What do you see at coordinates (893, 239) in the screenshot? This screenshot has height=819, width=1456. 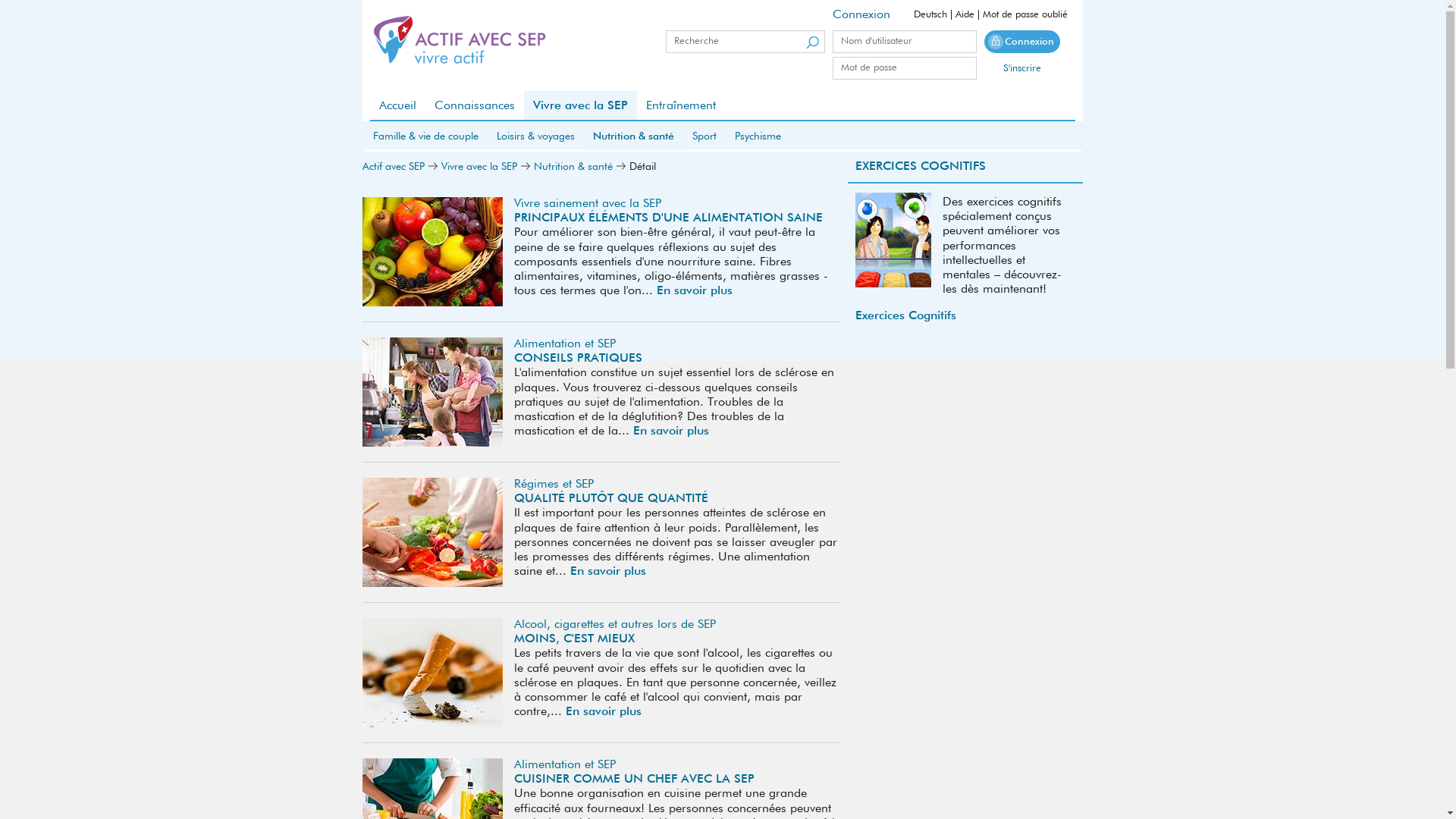 I see `'Kognitives-Training 01'` at bounding box center [893, 239].